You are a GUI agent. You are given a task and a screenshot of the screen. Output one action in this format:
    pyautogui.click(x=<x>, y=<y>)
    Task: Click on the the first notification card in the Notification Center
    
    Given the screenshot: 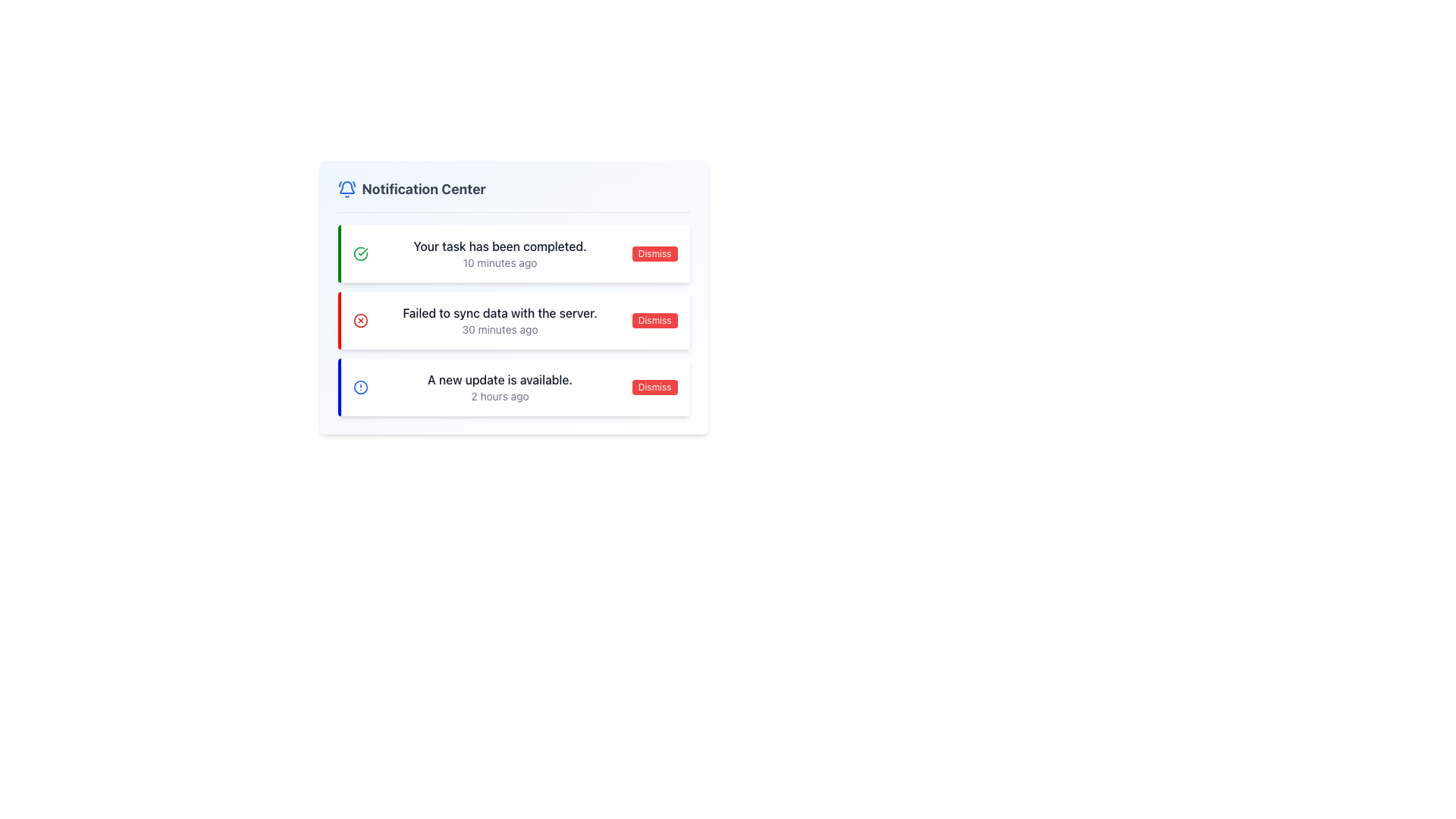 What is the action you would take?
    pyautogui.click(x=513, y=253)
    